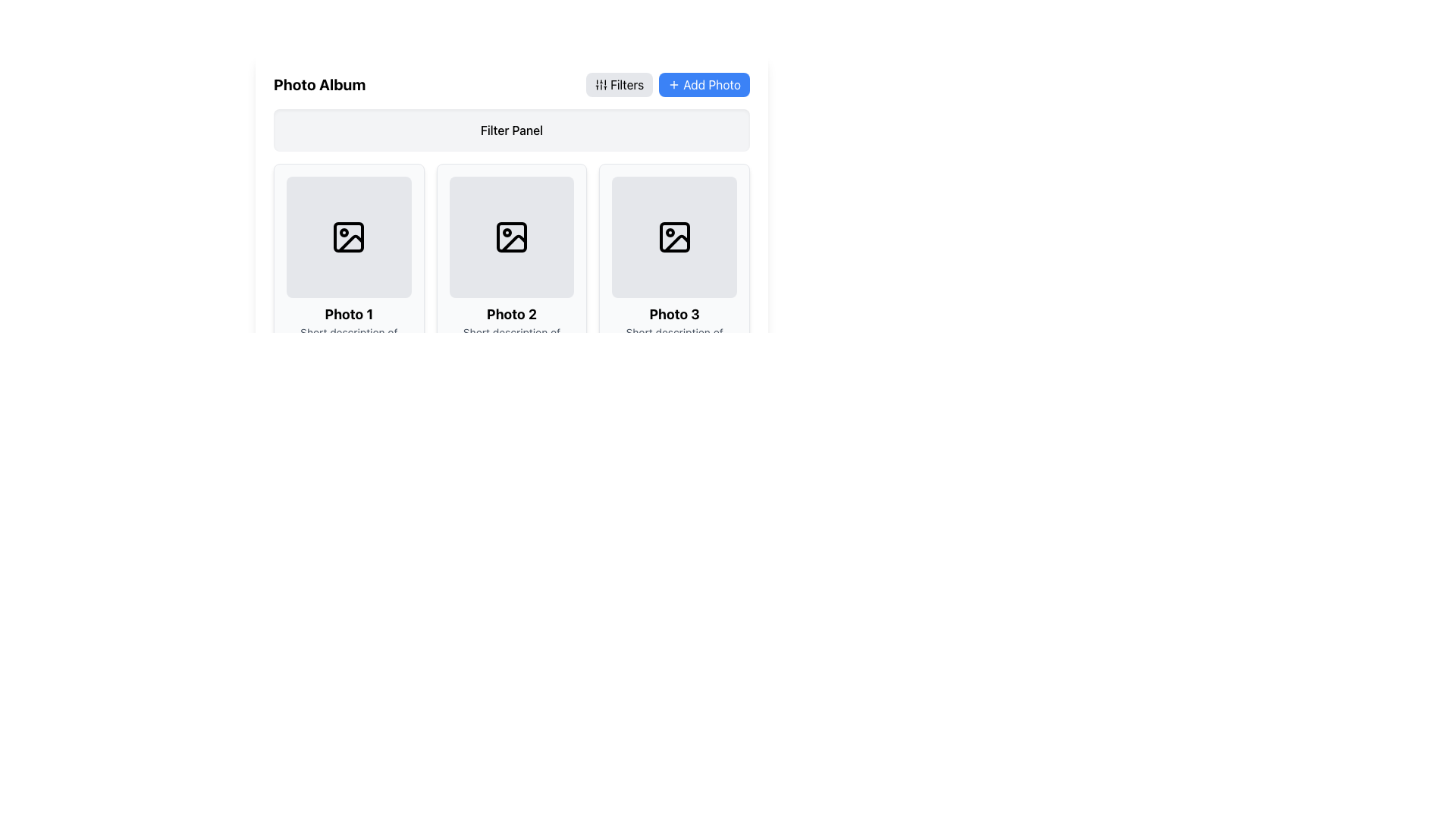 The image size is (1456, 819). I want to click on the 'Filters' text label located within a pill-shaped gray button next to a blue 'Add Photo' button, so click(627, 84).